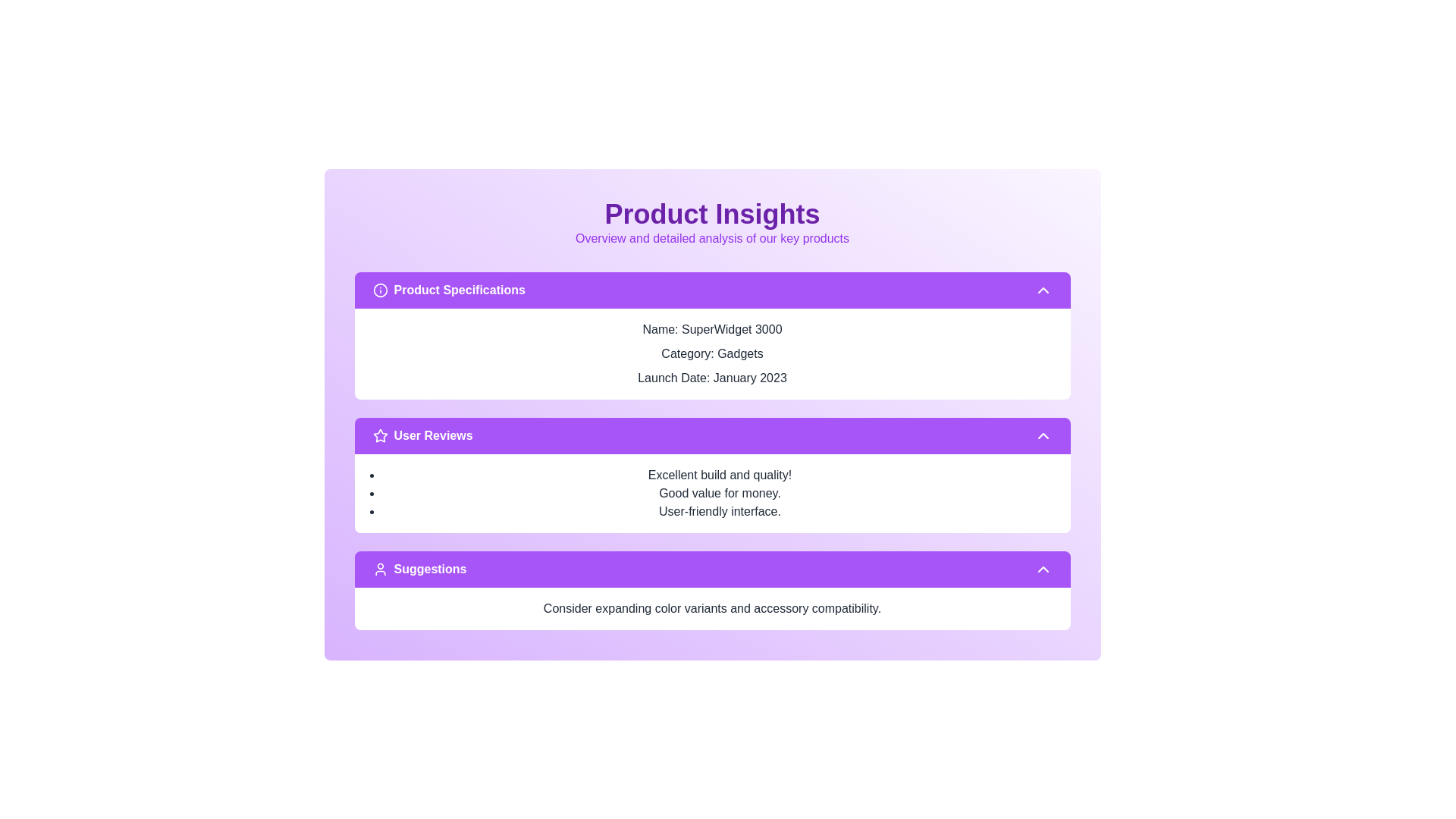 The height and width of the screenshot is (819, 1456). What do you see at coordinates (1042, 435) in the screenshot?
I see `the chevron-up icon with a purple background located on the far-right side of the 'User Reviews' section header` at bounding box center [1042, 435].